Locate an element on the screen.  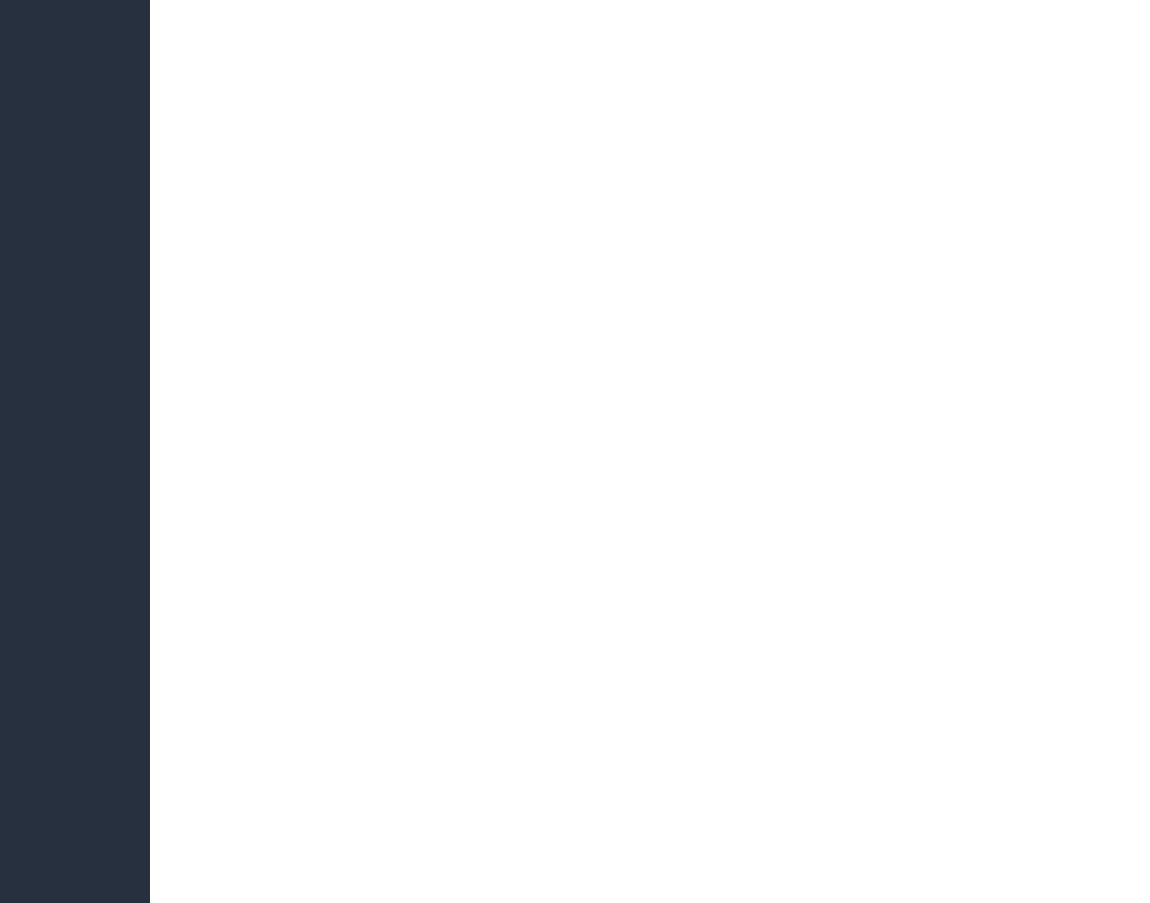
'10. Mar 2015, 18:26' is located at coordinates (396, 12).